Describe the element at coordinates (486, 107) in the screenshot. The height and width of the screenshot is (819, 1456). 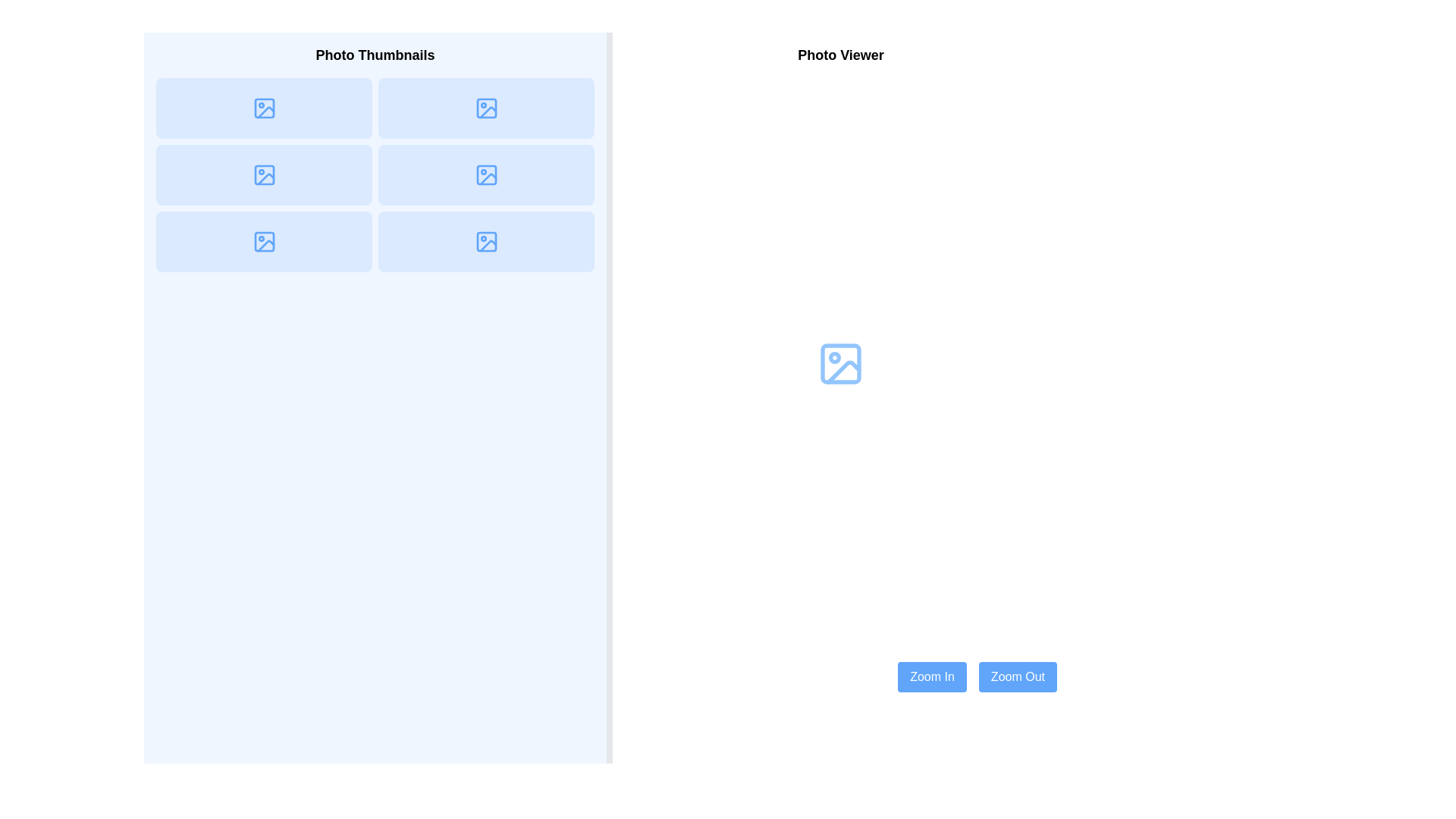
I see `the top-left corner square of the second thumbnail in the first row of the 'Photo Thumbnails' grid, which serves as a decorative shape contributing to the image placeholder icon` at that location.